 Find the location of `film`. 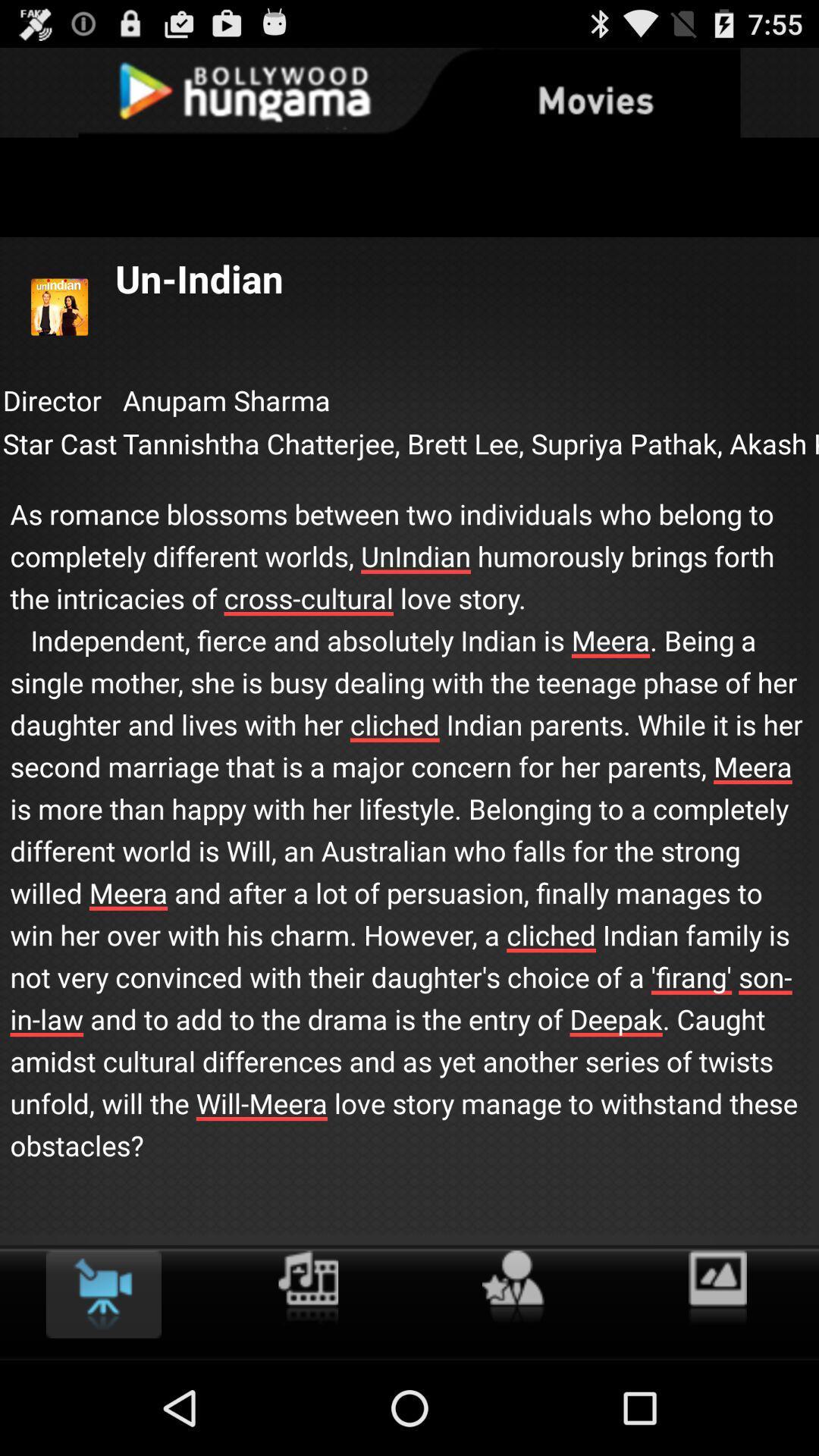

film is located at coordinates (307, 1287).